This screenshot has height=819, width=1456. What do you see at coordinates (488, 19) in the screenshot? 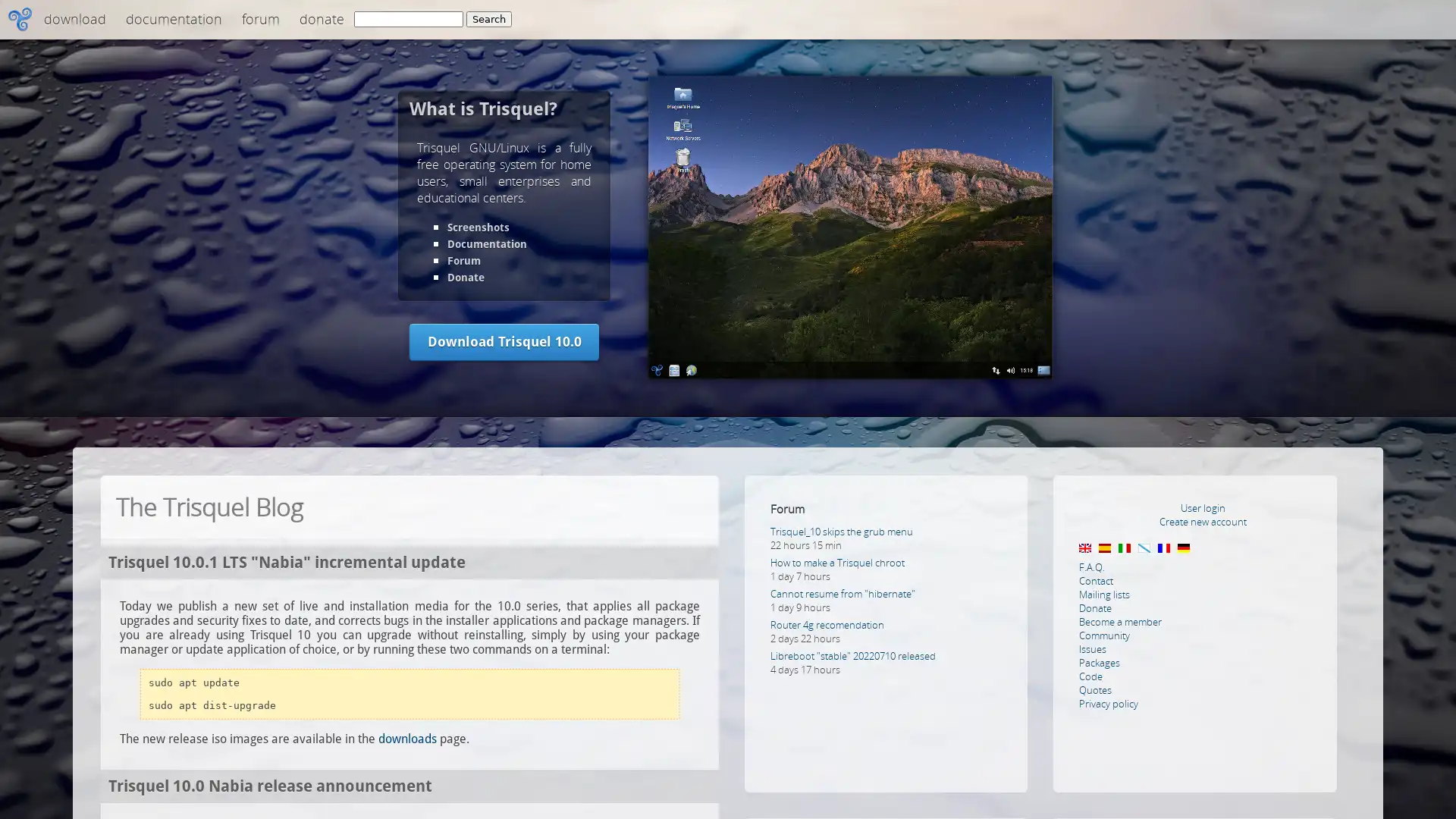
I see `Search` at bounding box center [488, 19].